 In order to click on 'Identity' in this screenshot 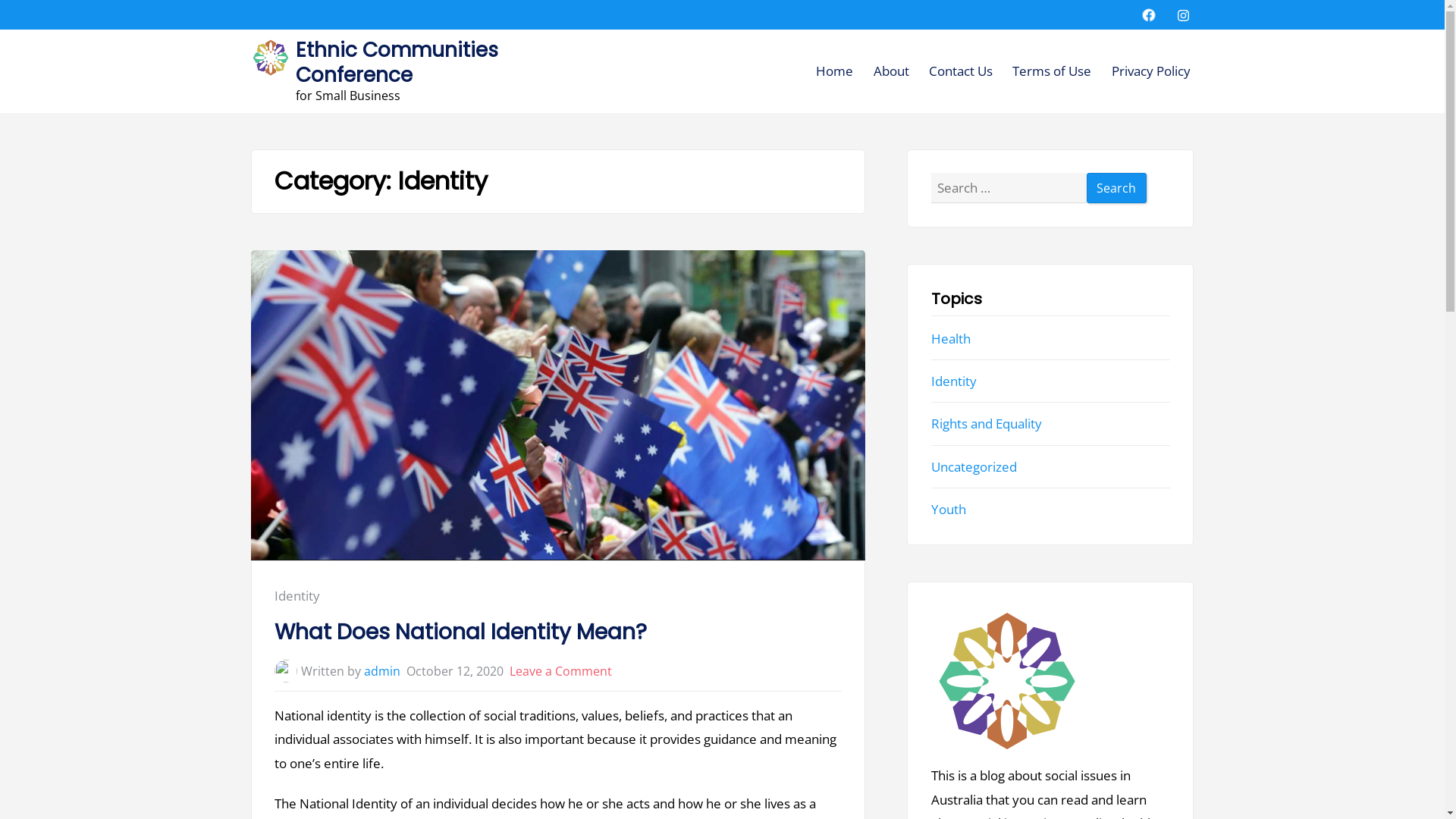, I will do `click(274, 595)`.